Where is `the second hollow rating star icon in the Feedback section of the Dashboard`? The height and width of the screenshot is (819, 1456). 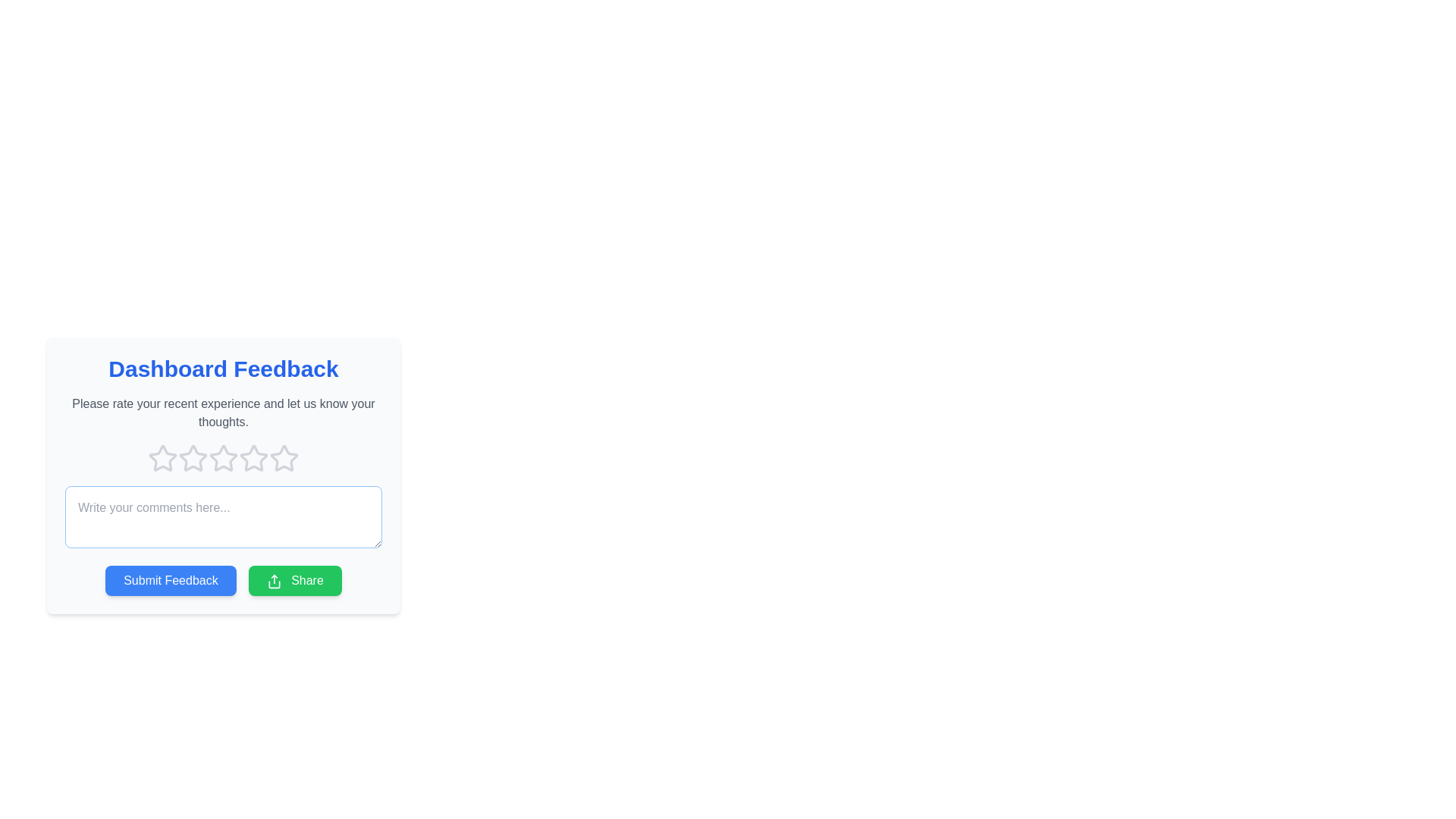 the second hollow rating star icon in the Feedback section of the Dashboard is located at coordinates (192, 457).